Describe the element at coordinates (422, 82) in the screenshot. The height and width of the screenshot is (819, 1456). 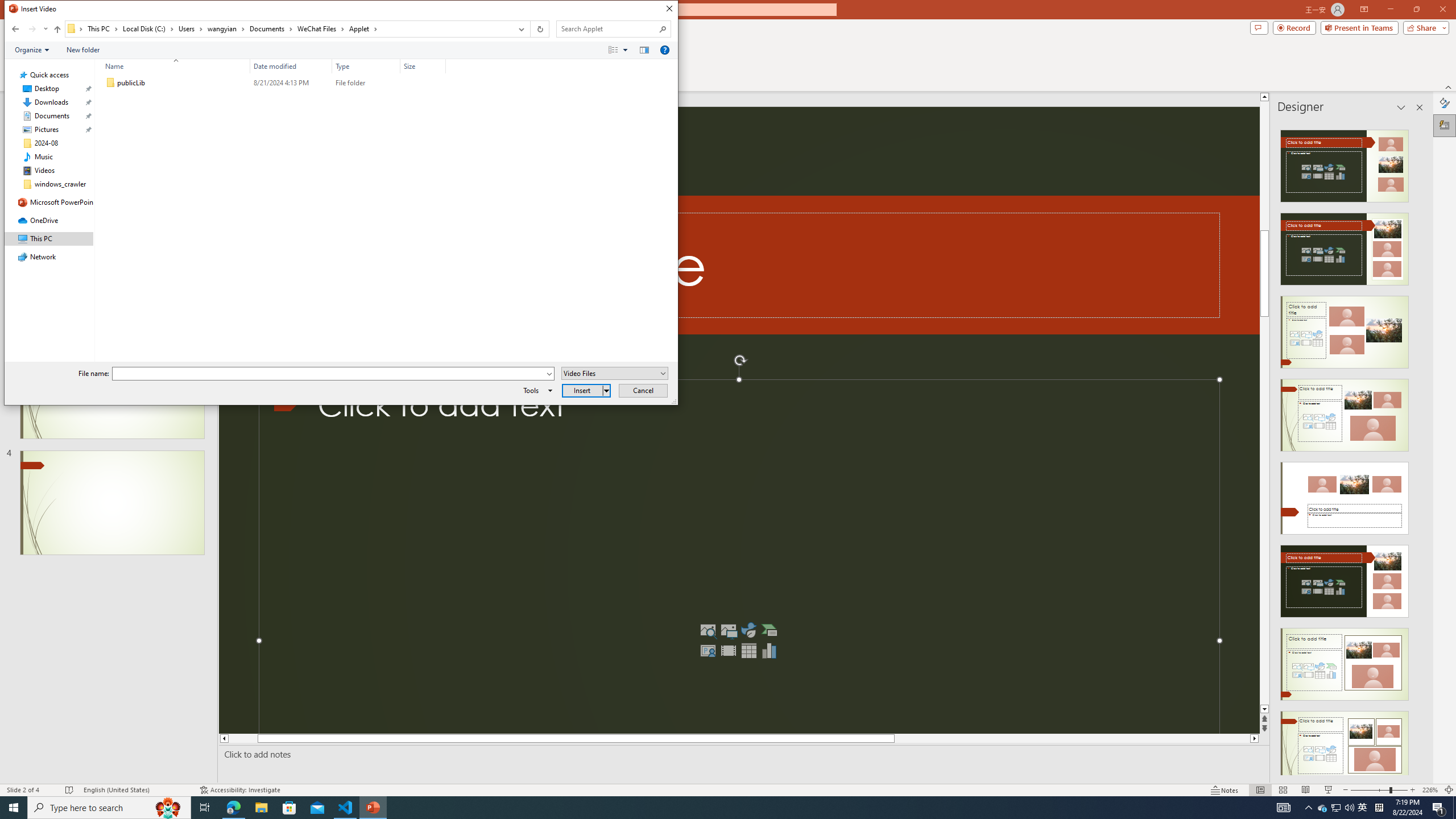
I see `'Size'` at that location.